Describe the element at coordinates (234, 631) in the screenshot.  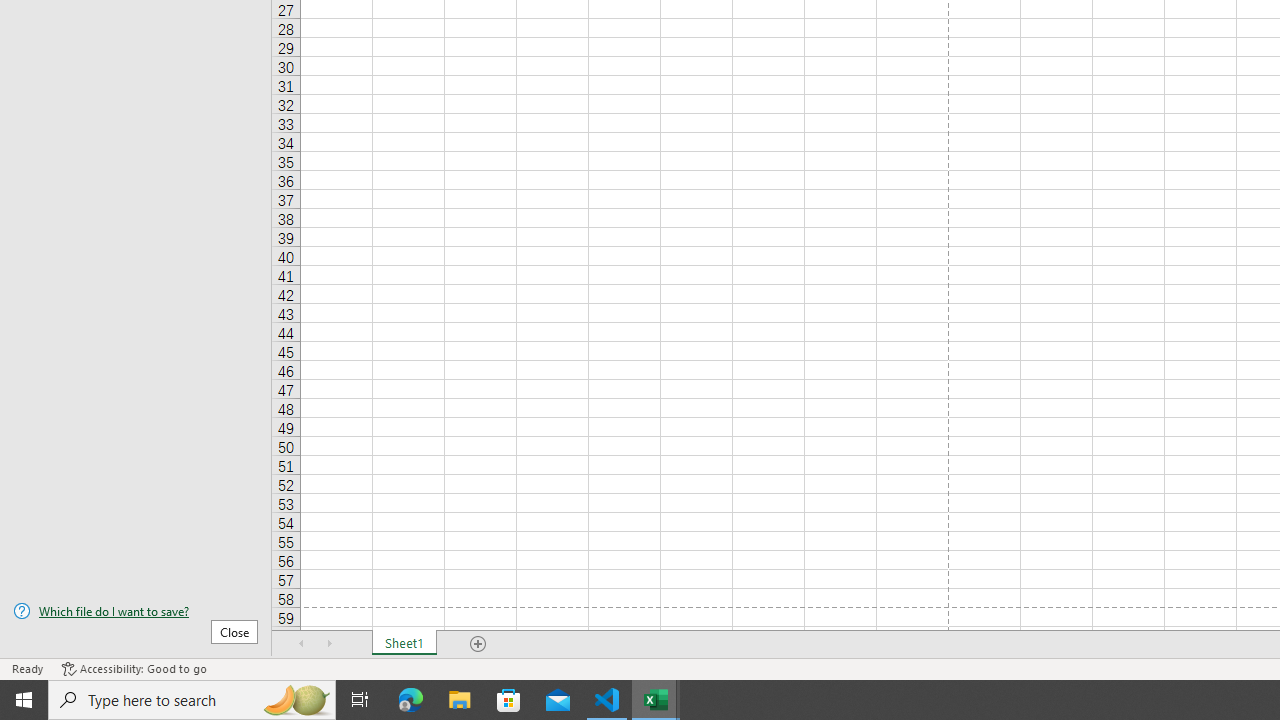
I see `'Close'` at that location.